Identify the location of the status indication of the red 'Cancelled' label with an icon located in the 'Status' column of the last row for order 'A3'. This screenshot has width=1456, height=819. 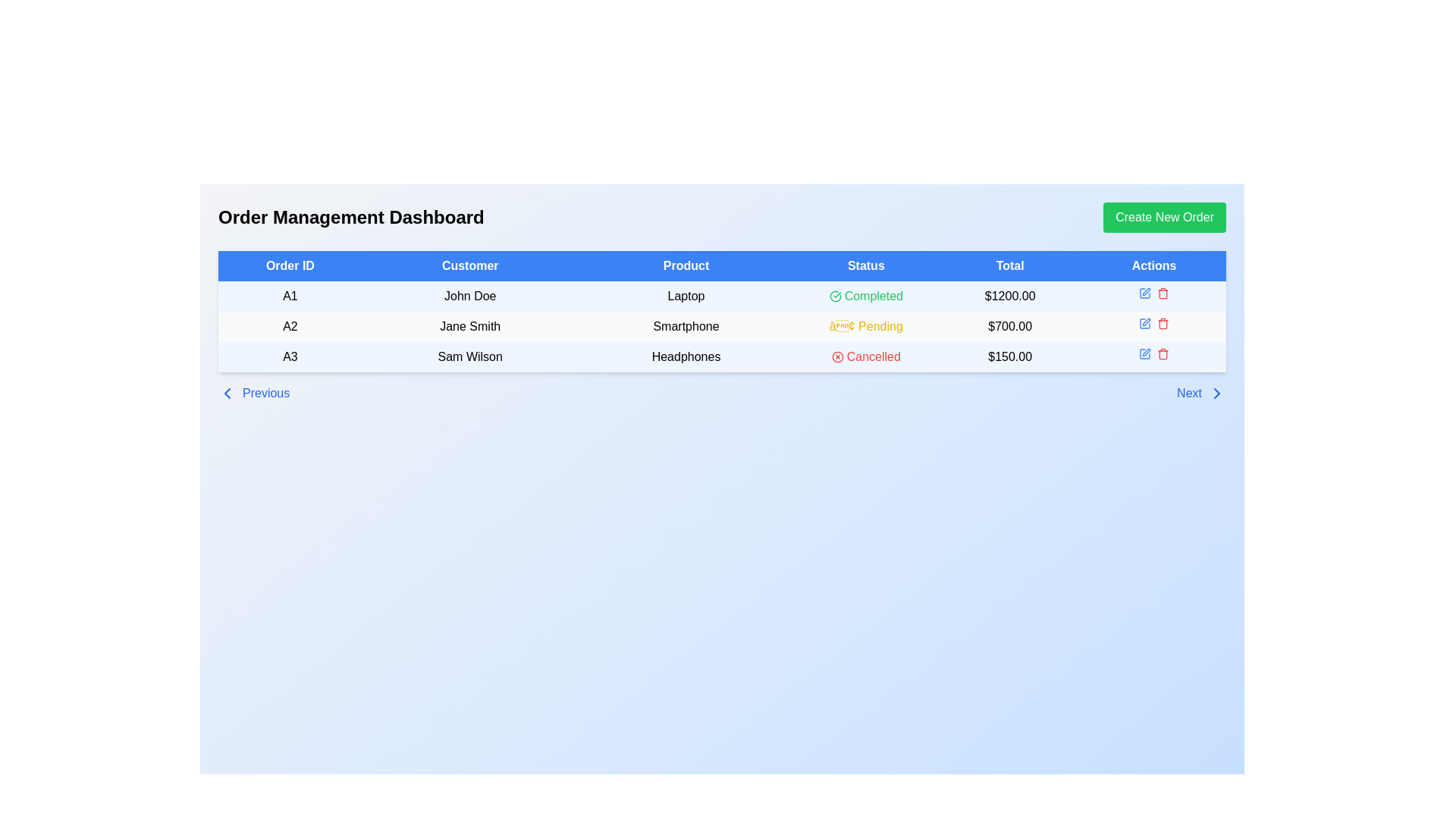
(866, 356).